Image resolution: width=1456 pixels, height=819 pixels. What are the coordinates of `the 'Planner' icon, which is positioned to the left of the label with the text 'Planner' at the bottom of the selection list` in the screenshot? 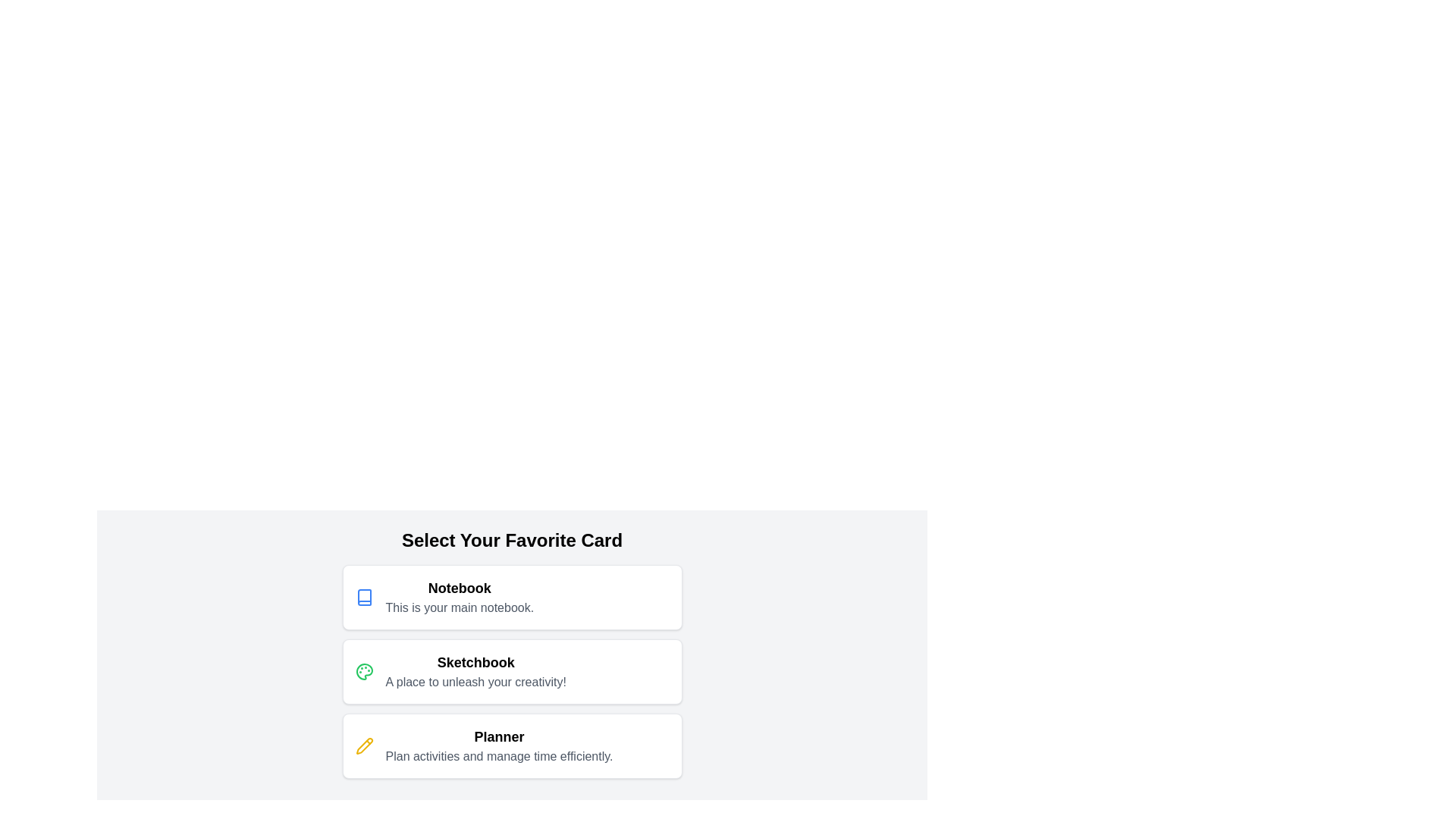 It's located at (364, 745).